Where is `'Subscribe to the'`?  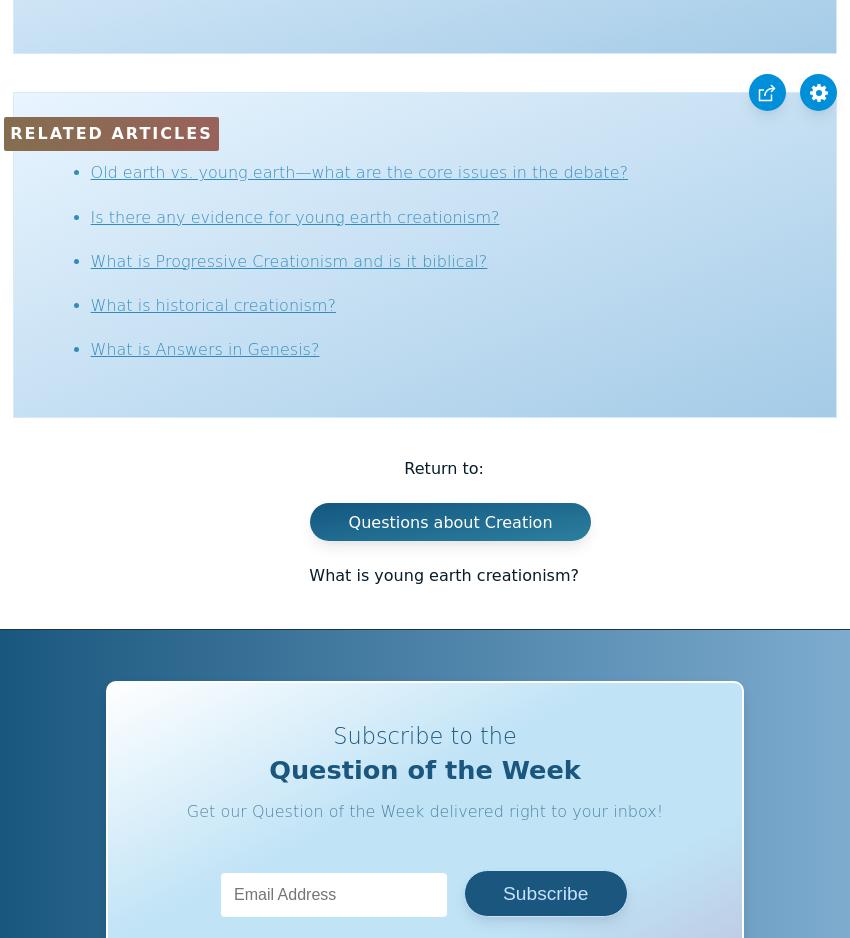
'Subscribe to the' is located at coordinates (333, 734).